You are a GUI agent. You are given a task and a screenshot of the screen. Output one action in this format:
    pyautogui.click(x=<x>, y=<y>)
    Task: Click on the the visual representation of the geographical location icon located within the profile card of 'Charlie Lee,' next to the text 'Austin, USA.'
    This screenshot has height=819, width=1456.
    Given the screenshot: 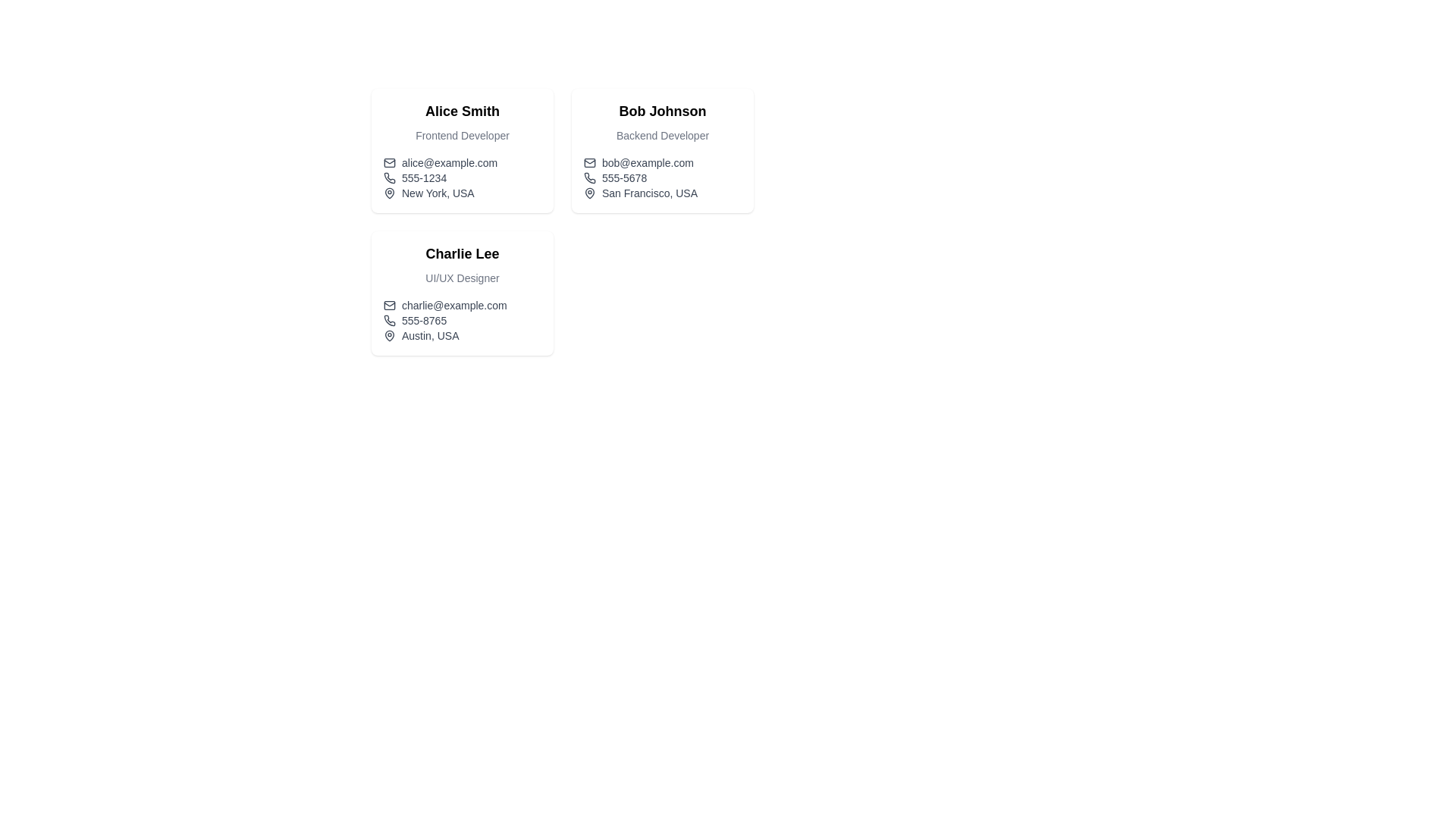 What is the action you would take?
    pyautogui.click(x=389, y=335)
    